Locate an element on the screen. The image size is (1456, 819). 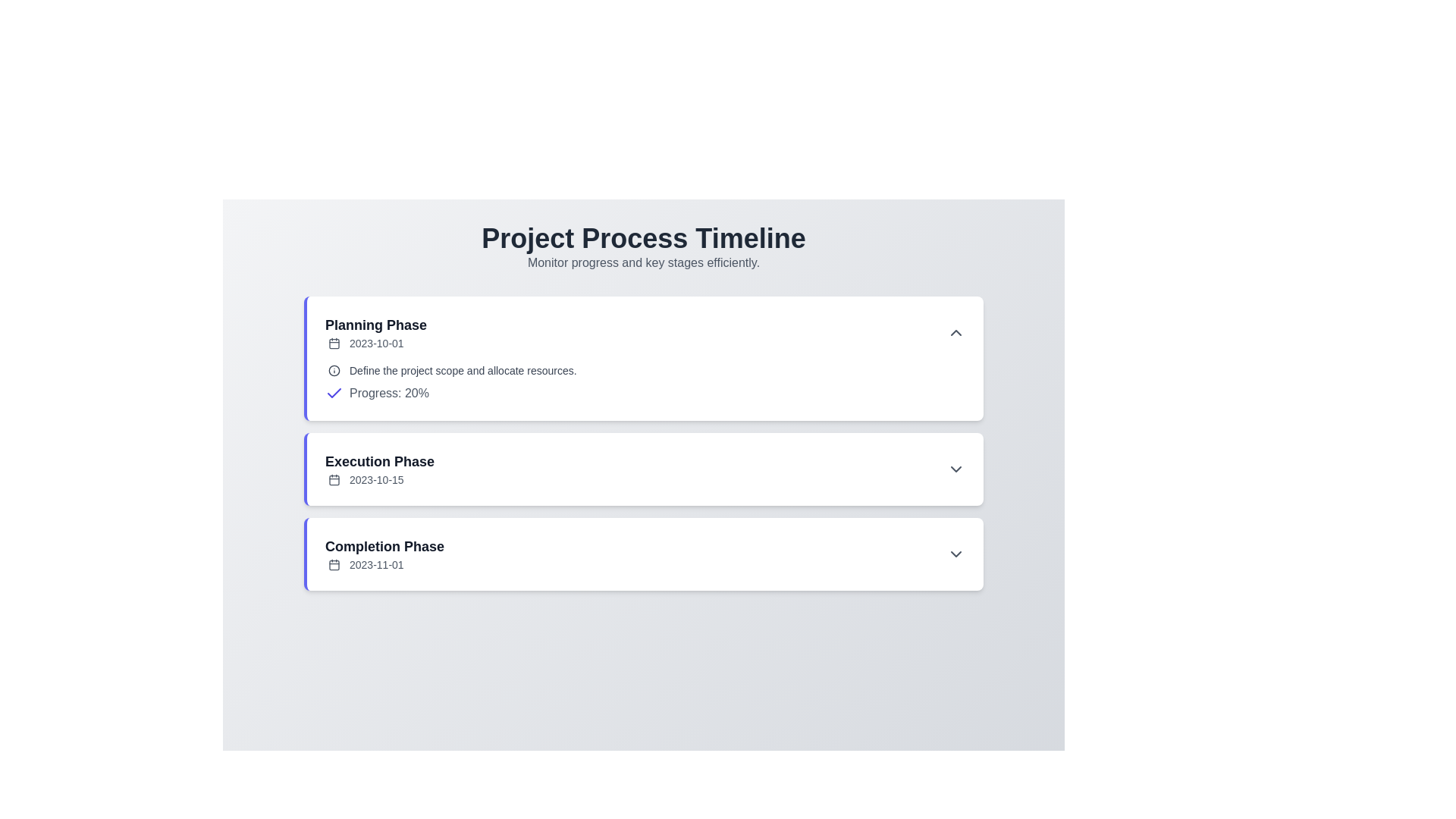
the chevron dropdown toggle icon located at the far right of the 'Execution Phase' card is located at coordinates (955, 468).